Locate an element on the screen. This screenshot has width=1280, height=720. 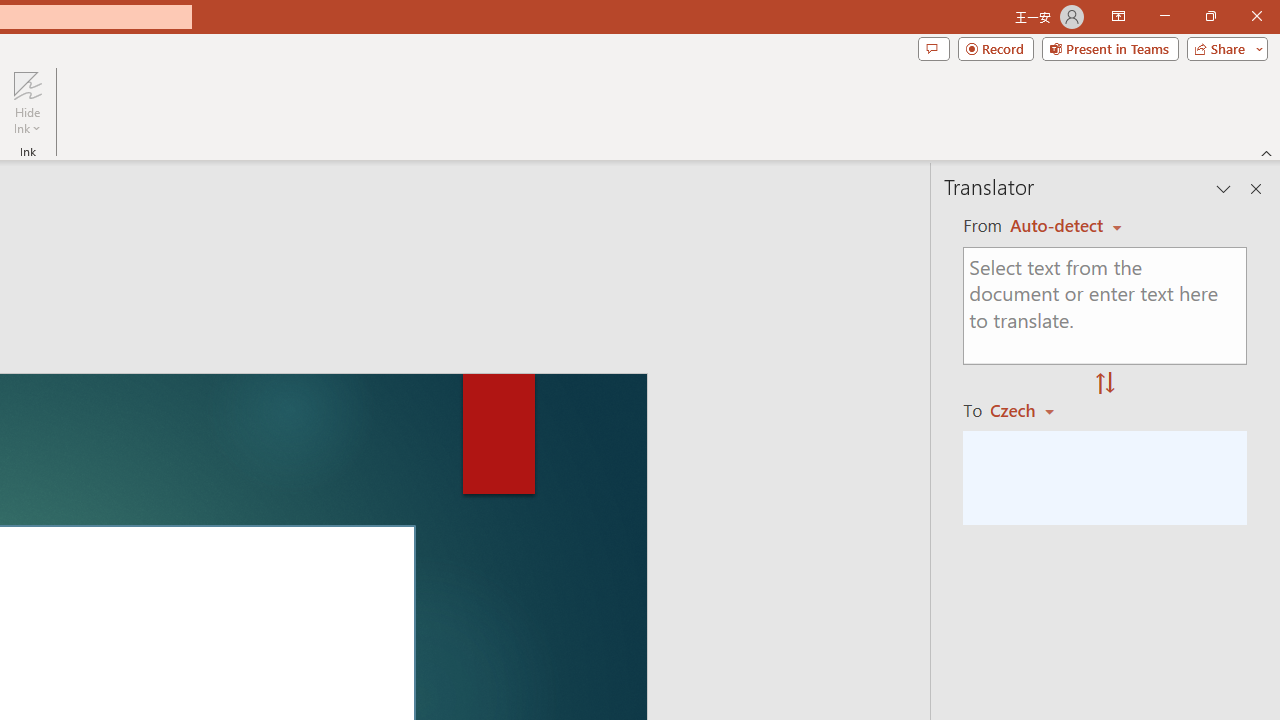
'Minimize' is located at coordinates (1164, 16).